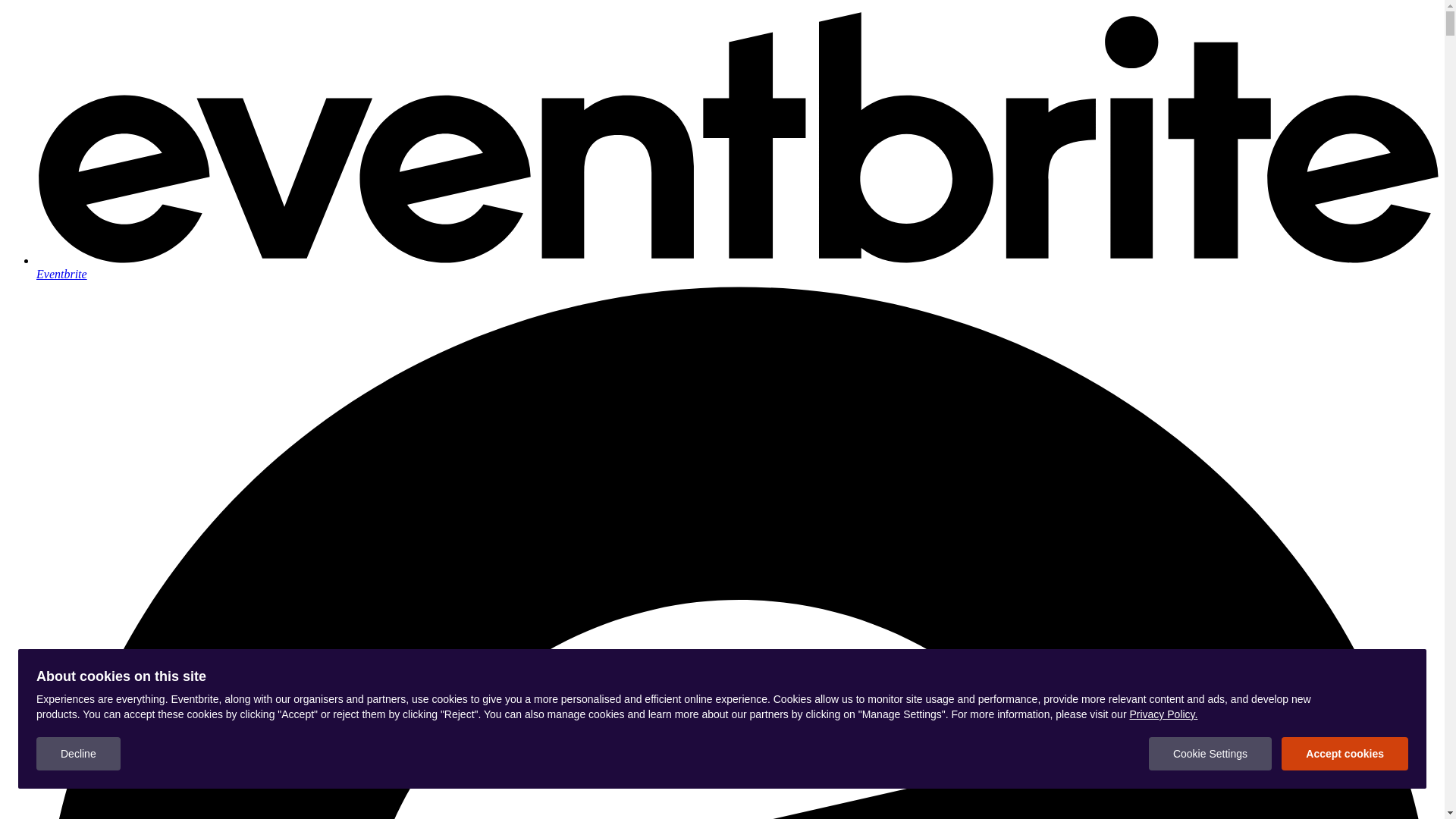 This screenshot has height=819, width=1456. I want to click on 'Accept cookies', so click(1345, 754).